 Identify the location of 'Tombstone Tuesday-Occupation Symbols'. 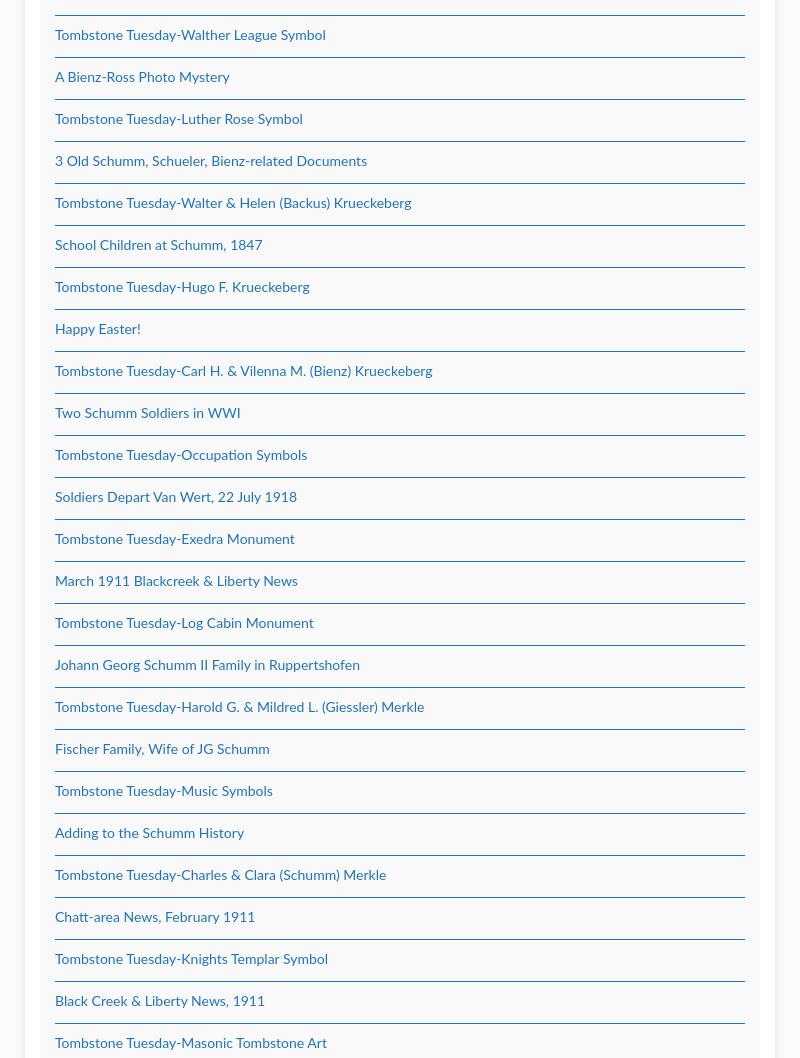
(180, 454).